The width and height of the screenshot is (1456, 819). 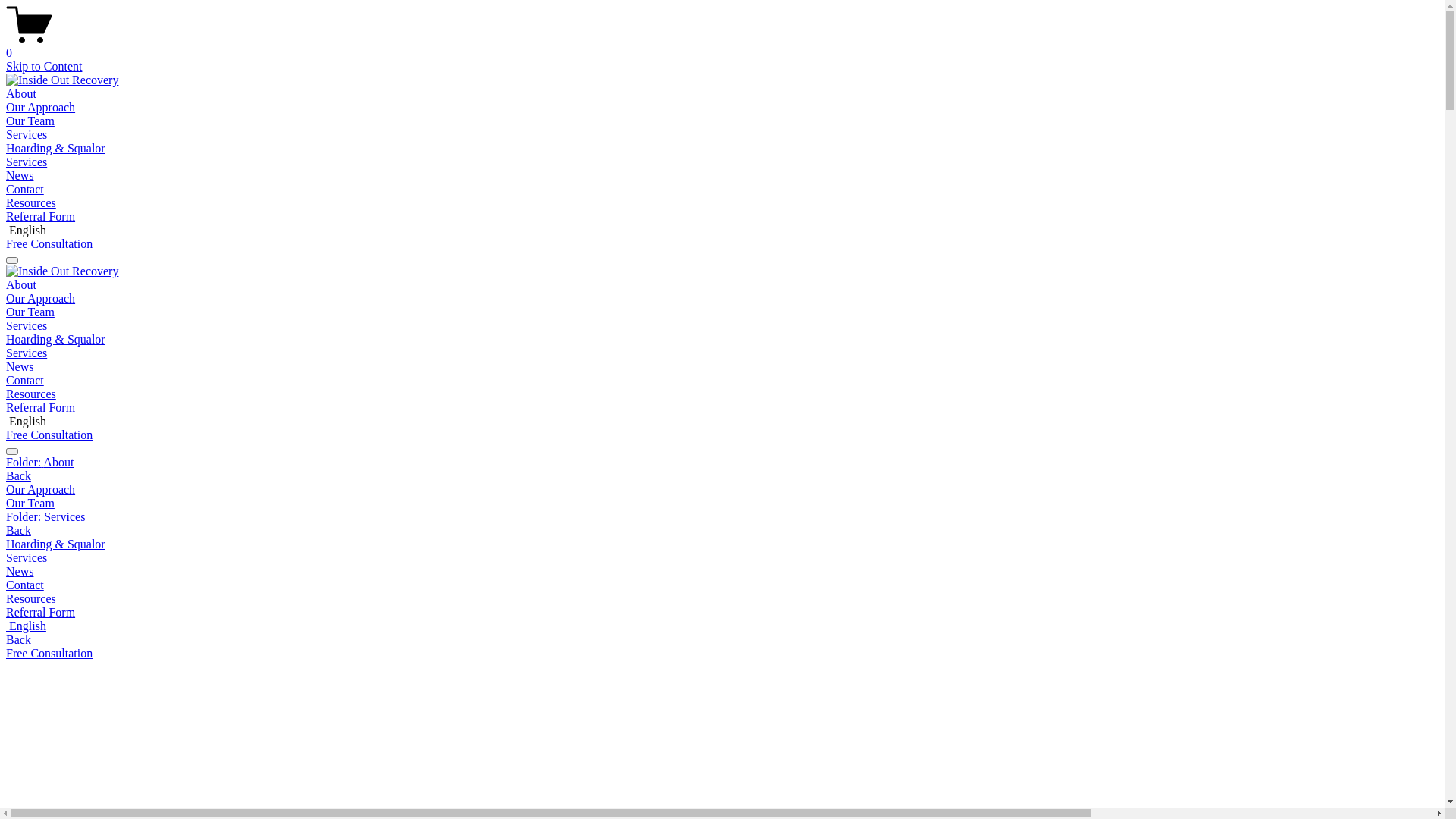 What do you see at coordinates (6, 516) in the screenshot?
I see `'Folder: Services'` at bounding box center [6, 516].